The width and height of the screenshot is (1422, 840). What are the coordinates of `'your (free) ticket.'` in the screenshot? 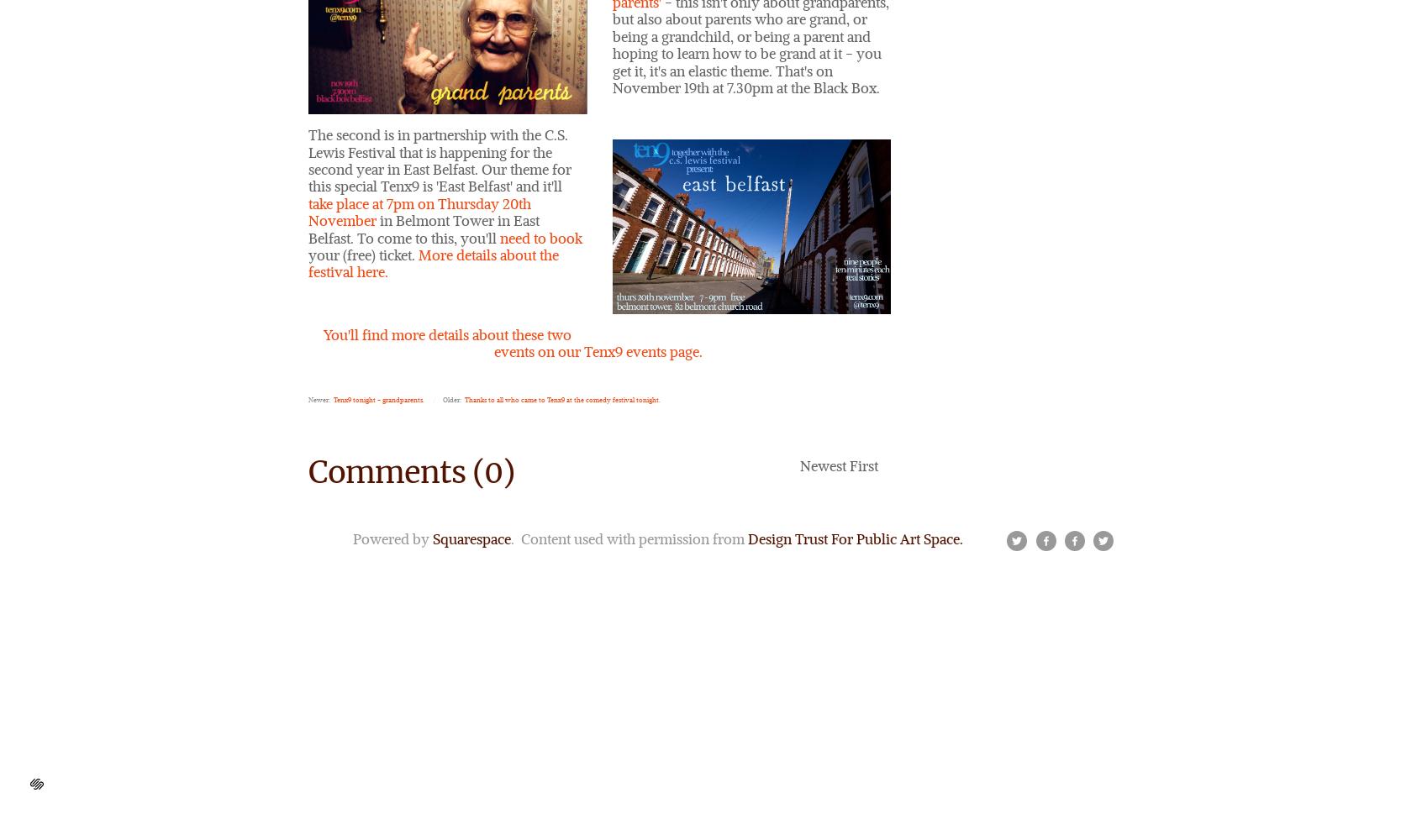 It's located at (362, 254).